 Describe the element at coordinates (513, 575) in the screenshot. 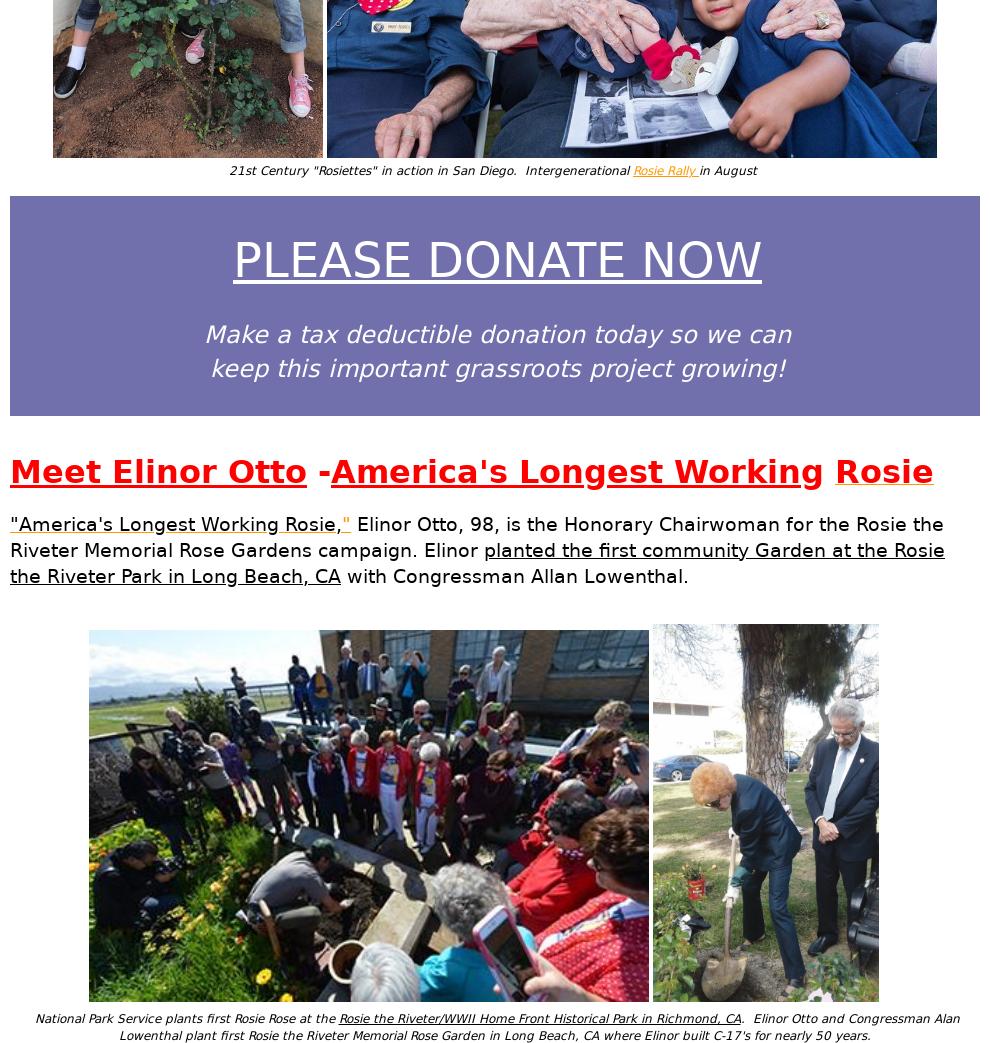

I see `'with Congressman Allan Lowenthal.'` at that location.